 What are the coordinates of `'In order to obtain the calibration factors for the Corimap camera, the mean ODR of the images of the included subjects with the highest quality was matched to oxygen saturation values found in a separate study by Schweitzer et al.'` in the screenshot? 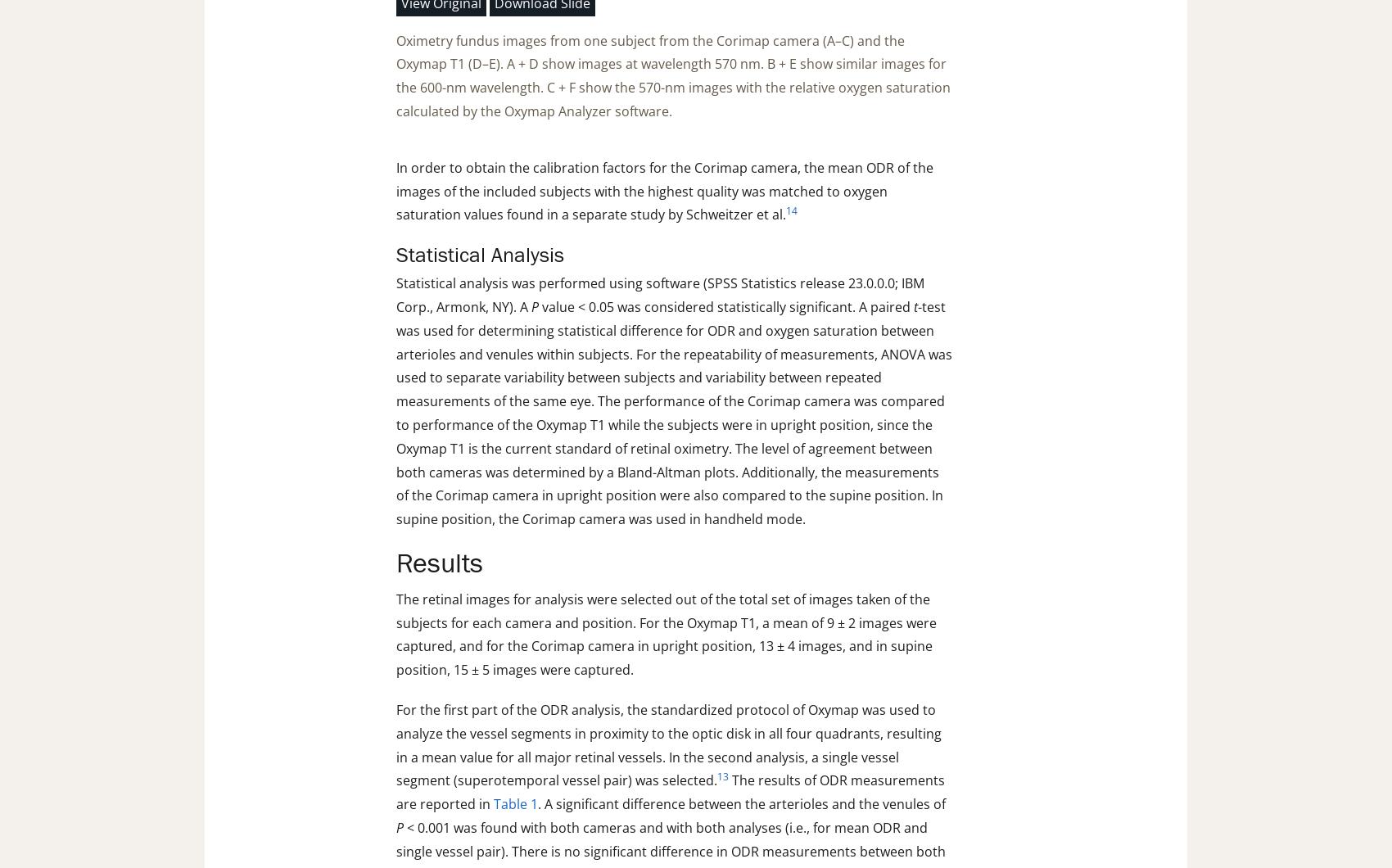 It's located at (663, 189).